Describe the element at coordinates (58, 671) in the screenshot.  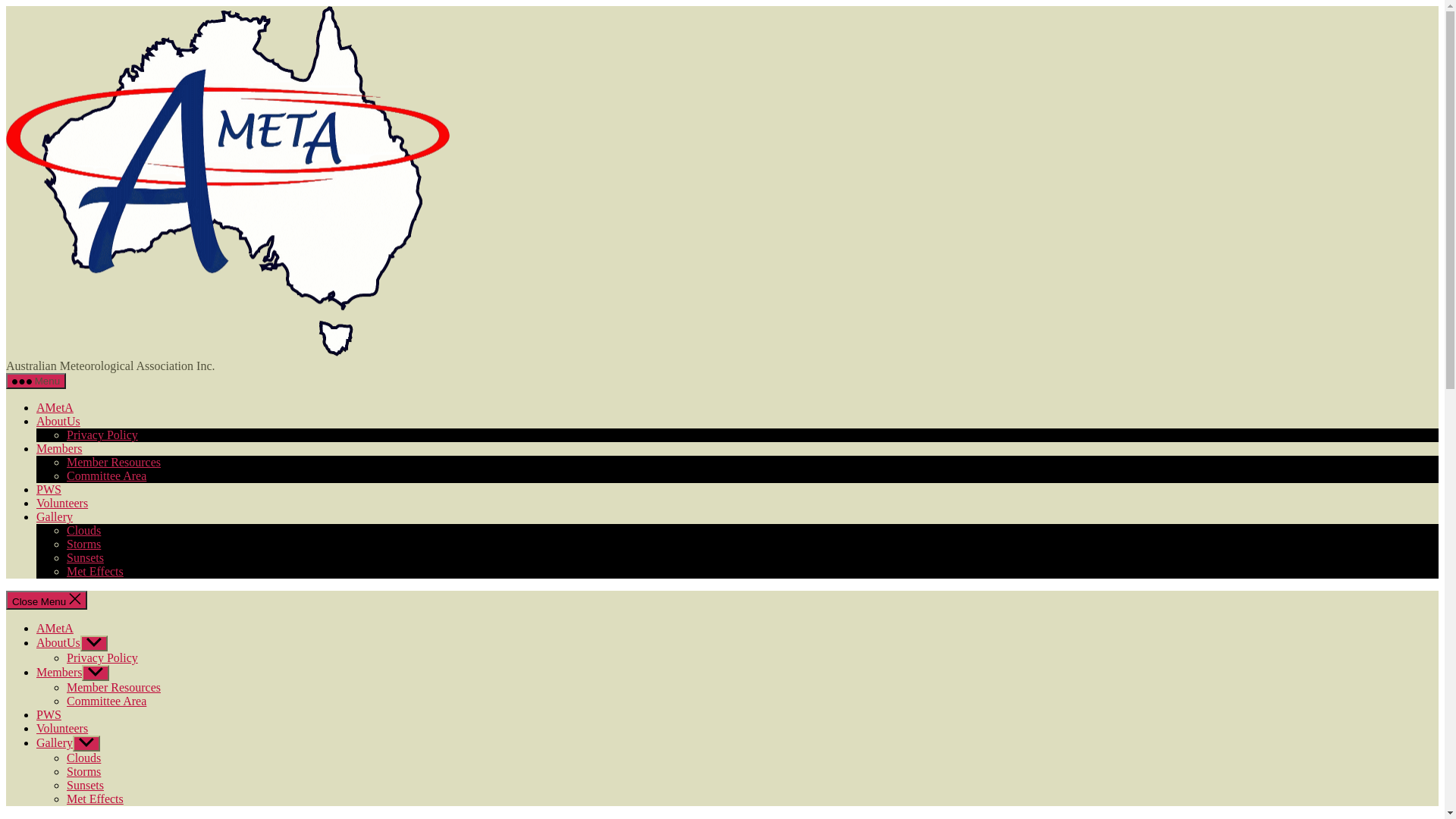
I see `'Members'` at that location.